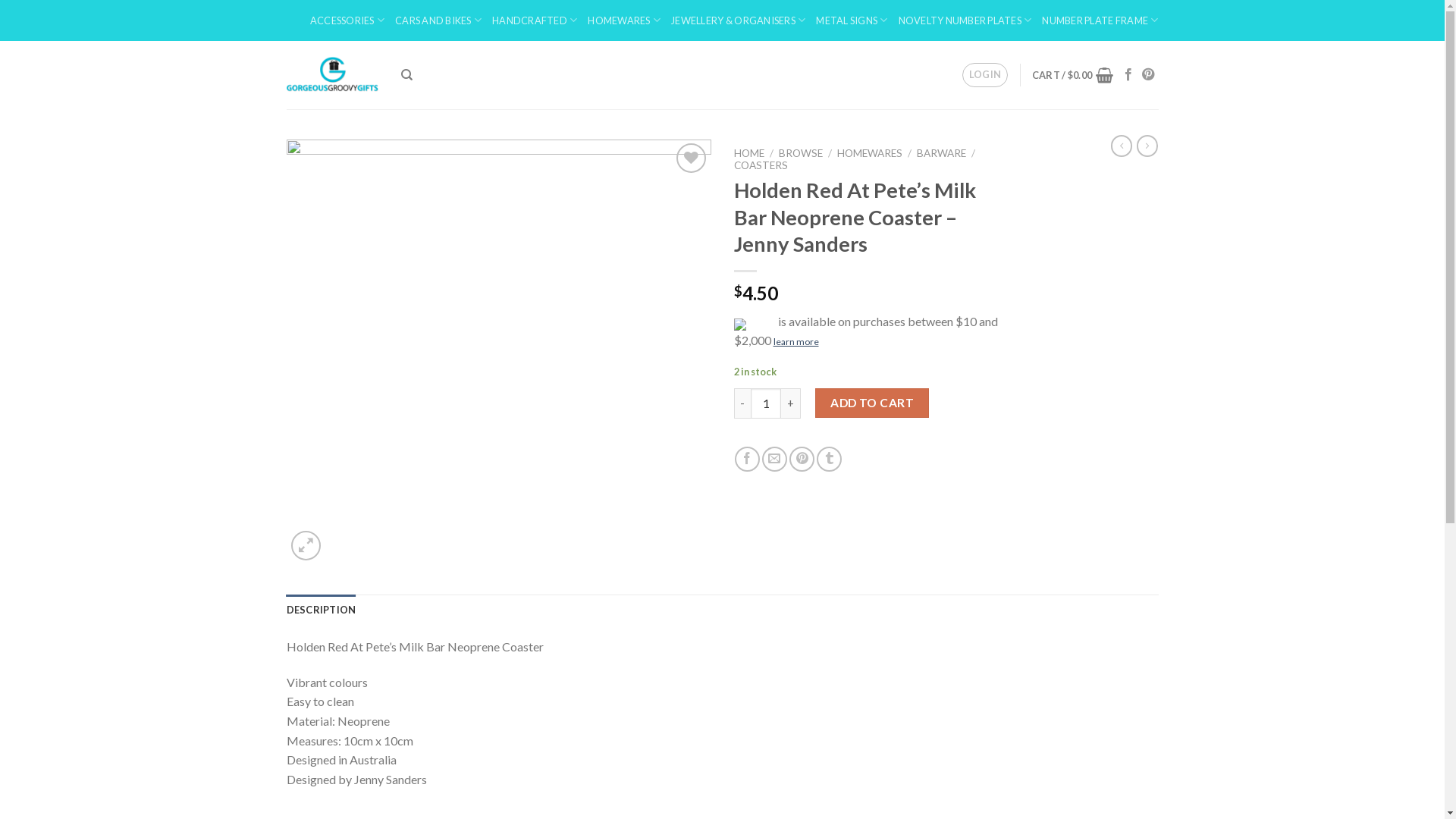 This screenshot has height=819, width=1456. I want to click on 'CARS AND BIKES', so click(437, 20).